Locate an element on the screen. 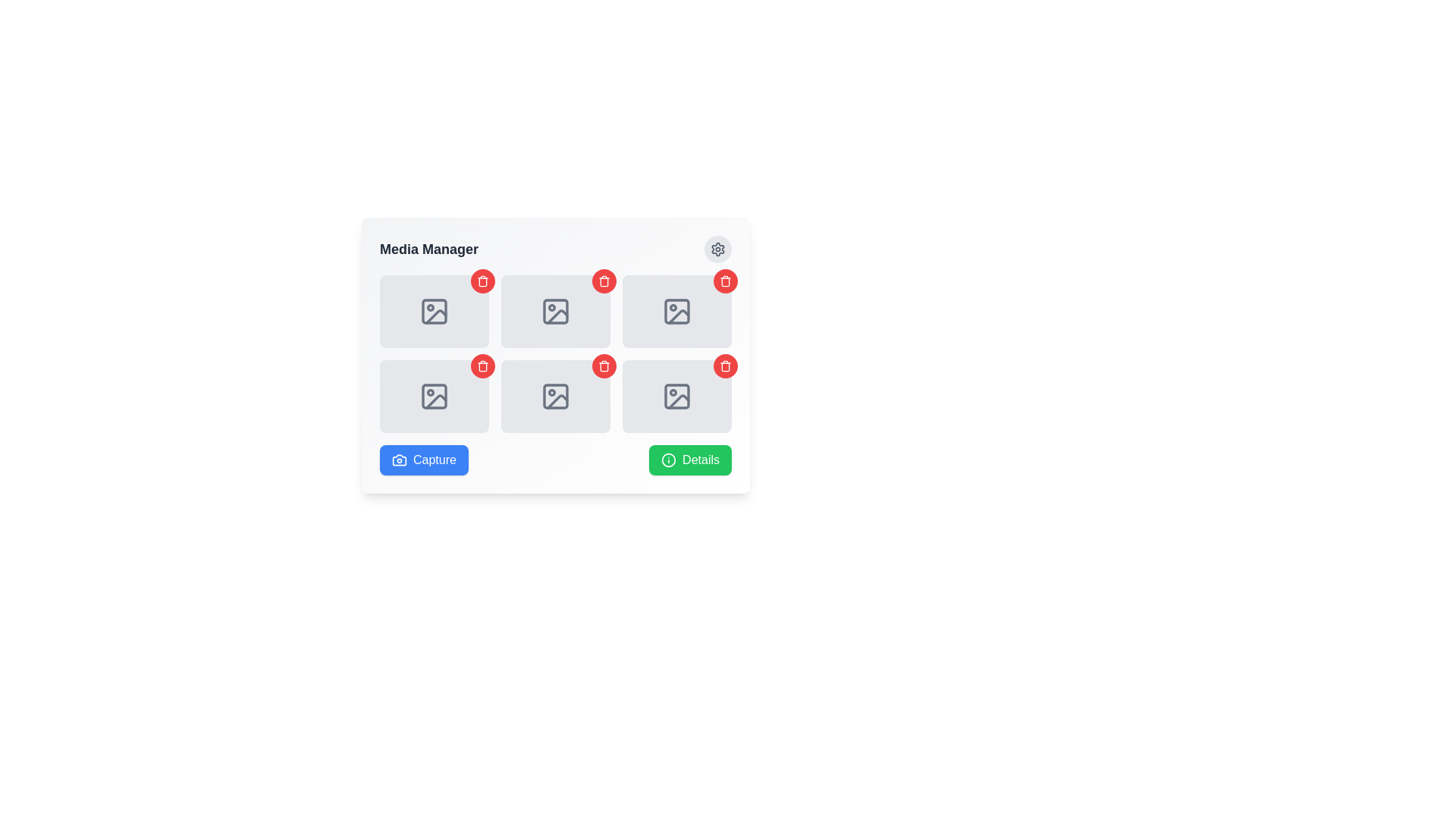  the 'Capture' button to indirectly click the image capture icon located to the left of the text label is located at coordinates (400, 459).